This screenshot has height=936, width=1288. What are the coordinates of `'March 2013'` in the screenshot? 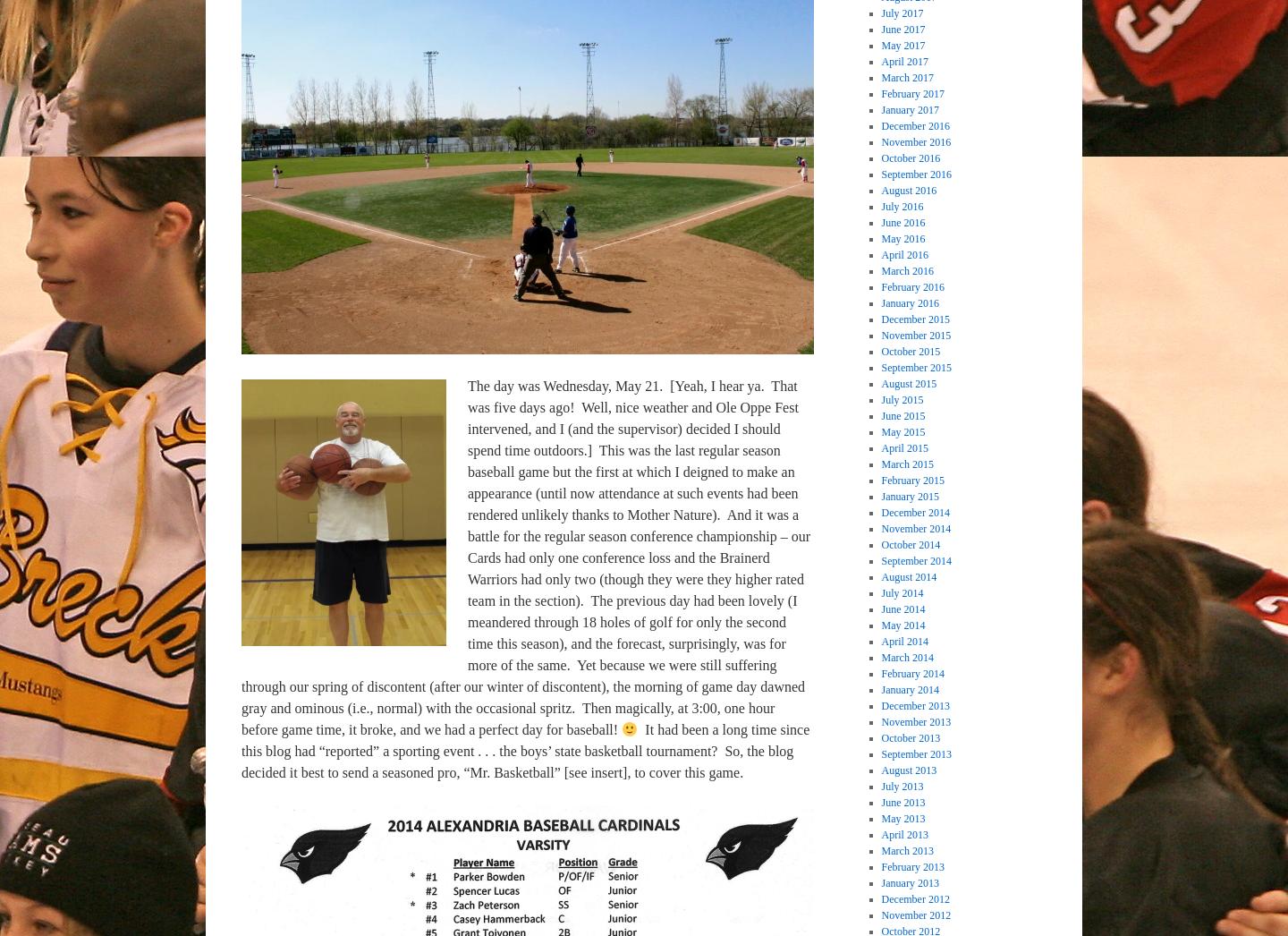 It's located at (906, 848).